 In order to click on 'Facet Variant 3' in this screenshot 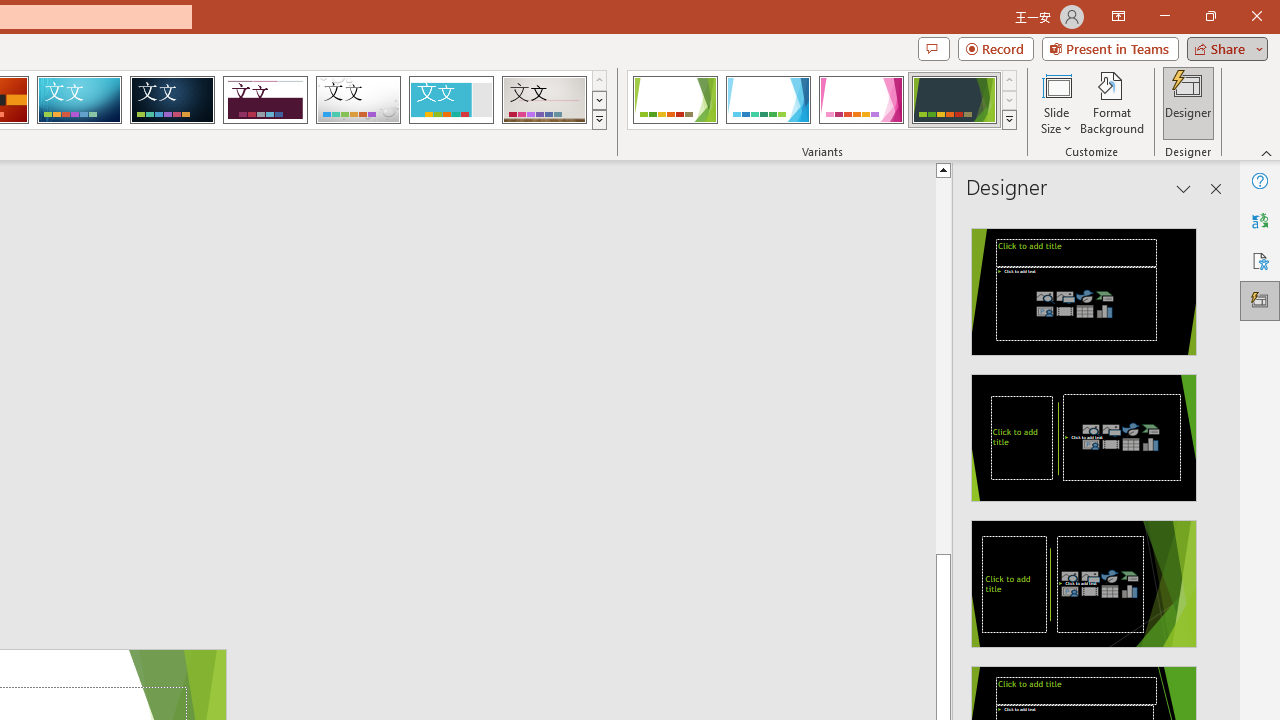, I will do `click(861, 100)`.